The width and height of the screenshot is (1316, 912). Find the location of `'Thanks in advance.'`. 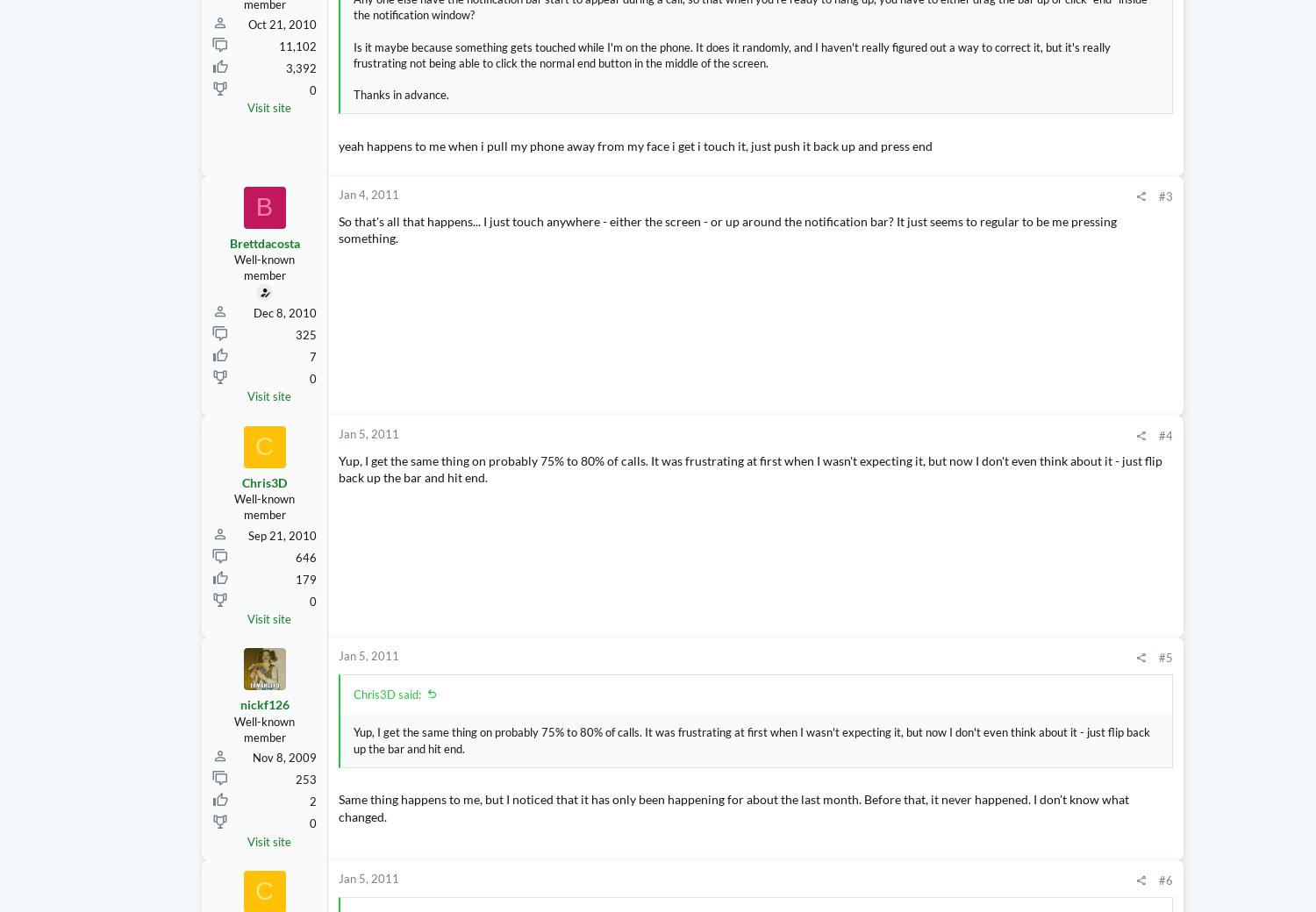

'Thanks in advance.' is located at coordinates (400, 93).